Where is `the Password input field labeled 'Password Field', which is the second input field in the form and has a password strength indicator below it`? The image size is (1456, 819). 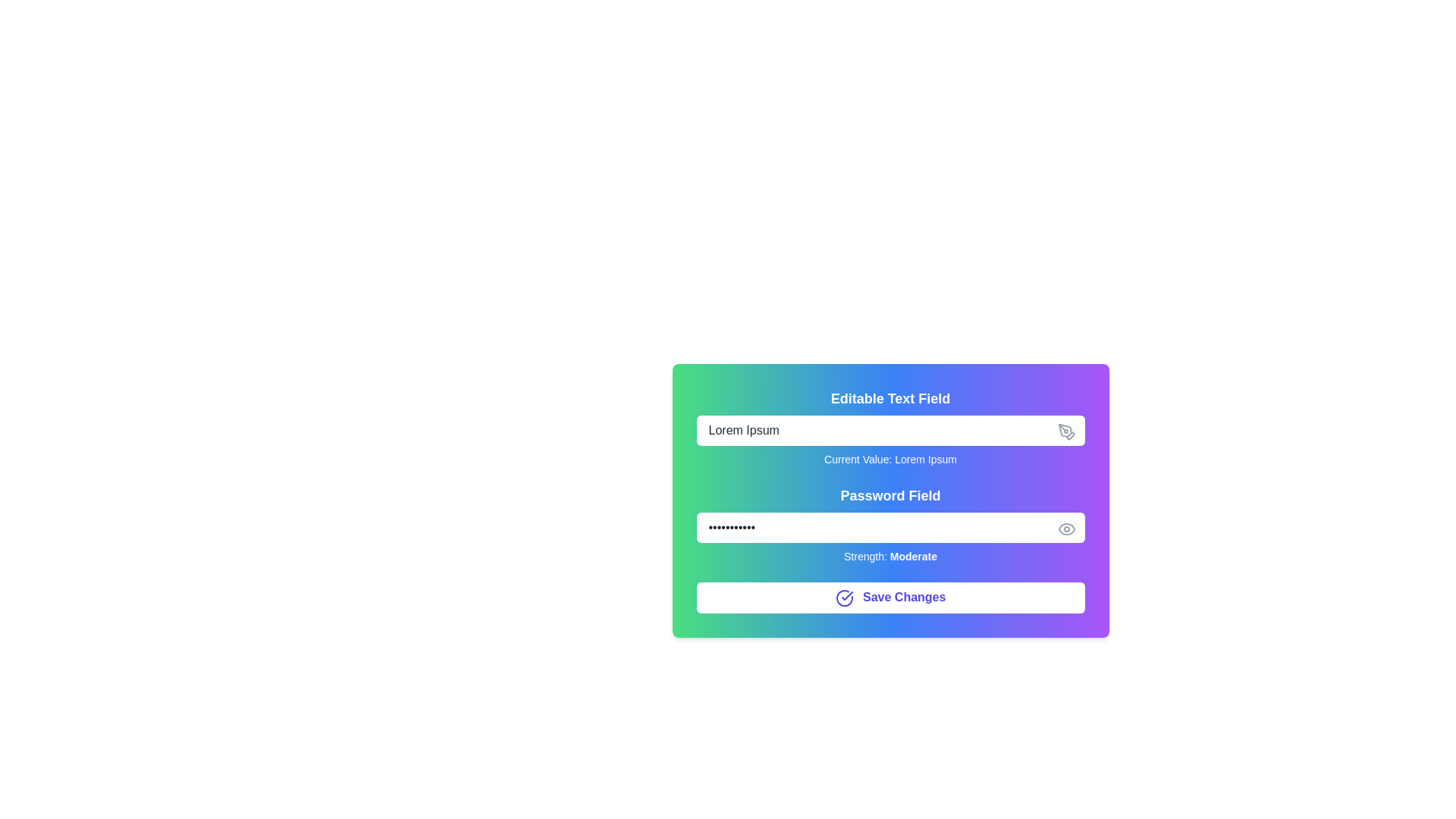
the Password input field labeled 'Password Field', which is the second input field in the form and has a password strength indicator below it is located at coordinates (890, 523).